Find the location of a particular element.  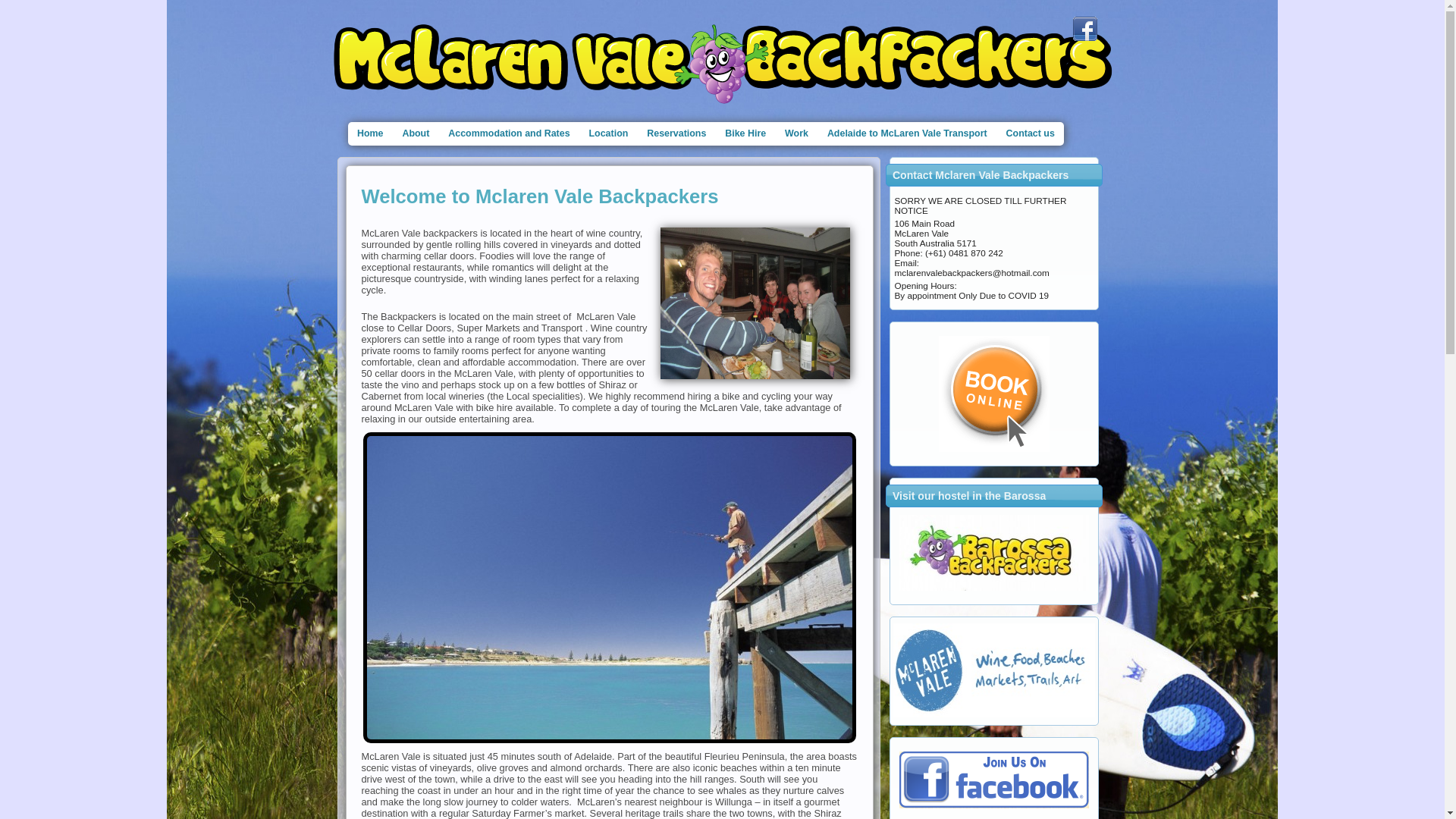

'Contact us' is located at coordinates (1030, 133).